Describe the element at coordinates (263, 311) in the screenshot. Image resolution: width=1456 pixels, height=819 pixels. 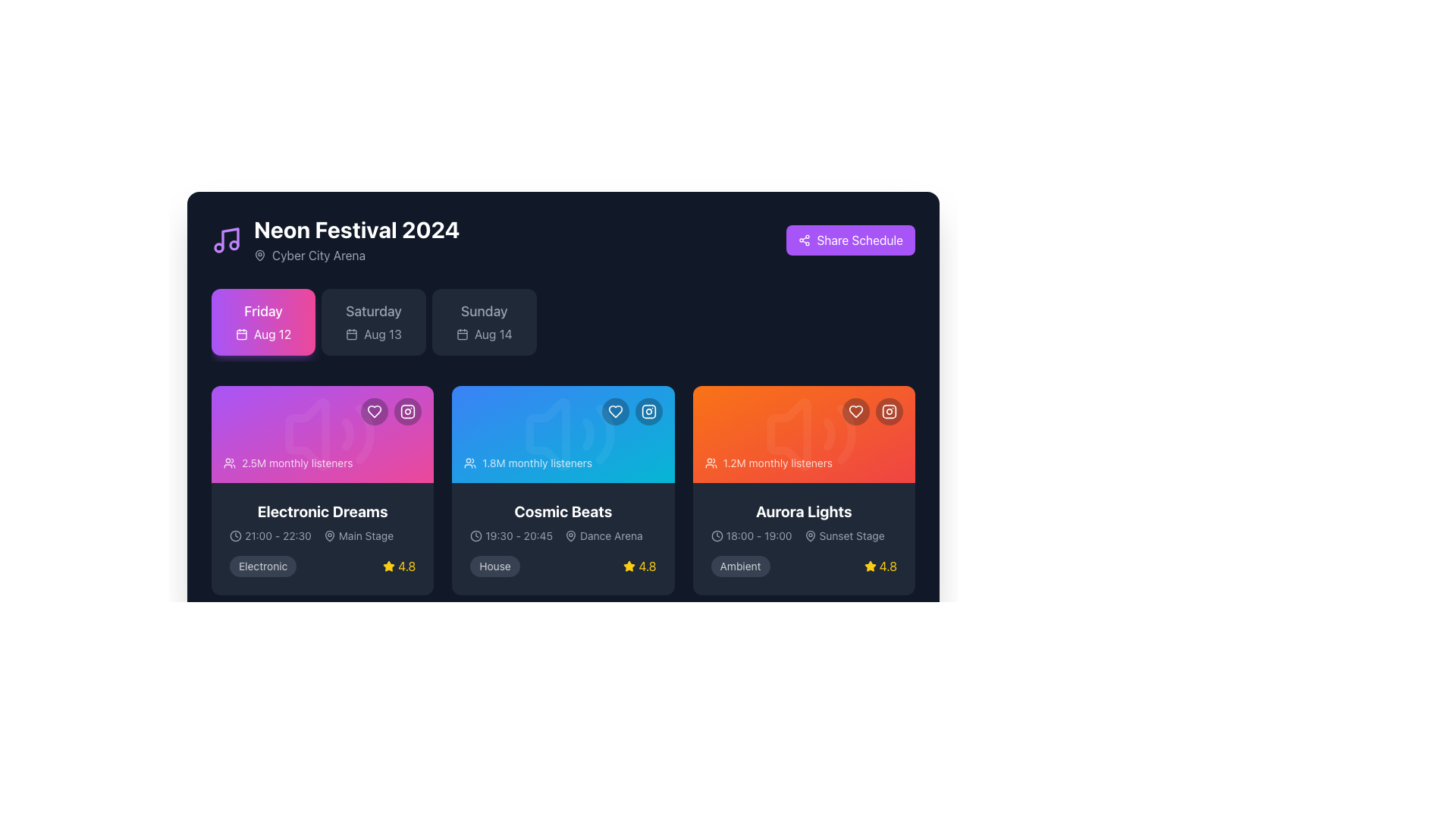
I see `text displayed in the upper-left Text Label of the card that indicates the day for the relevant date or event` at that location.